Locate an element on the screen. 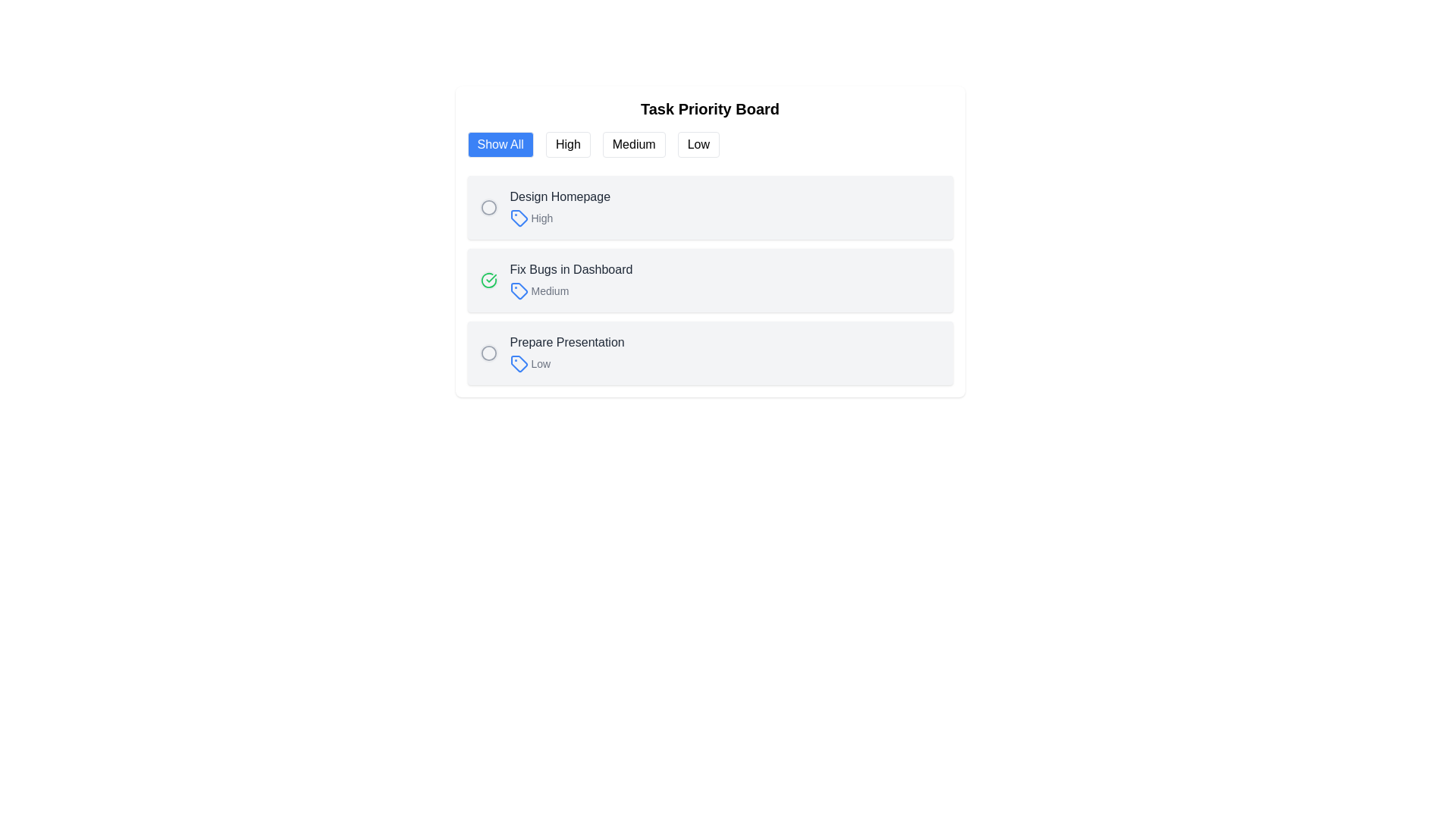  the task item displaying 'Prepare Presentation Low', which is the third entry in the 'Task Priority Board' list, and includes a circular icon and a blue tag icon is located at coordinates (551, 353).